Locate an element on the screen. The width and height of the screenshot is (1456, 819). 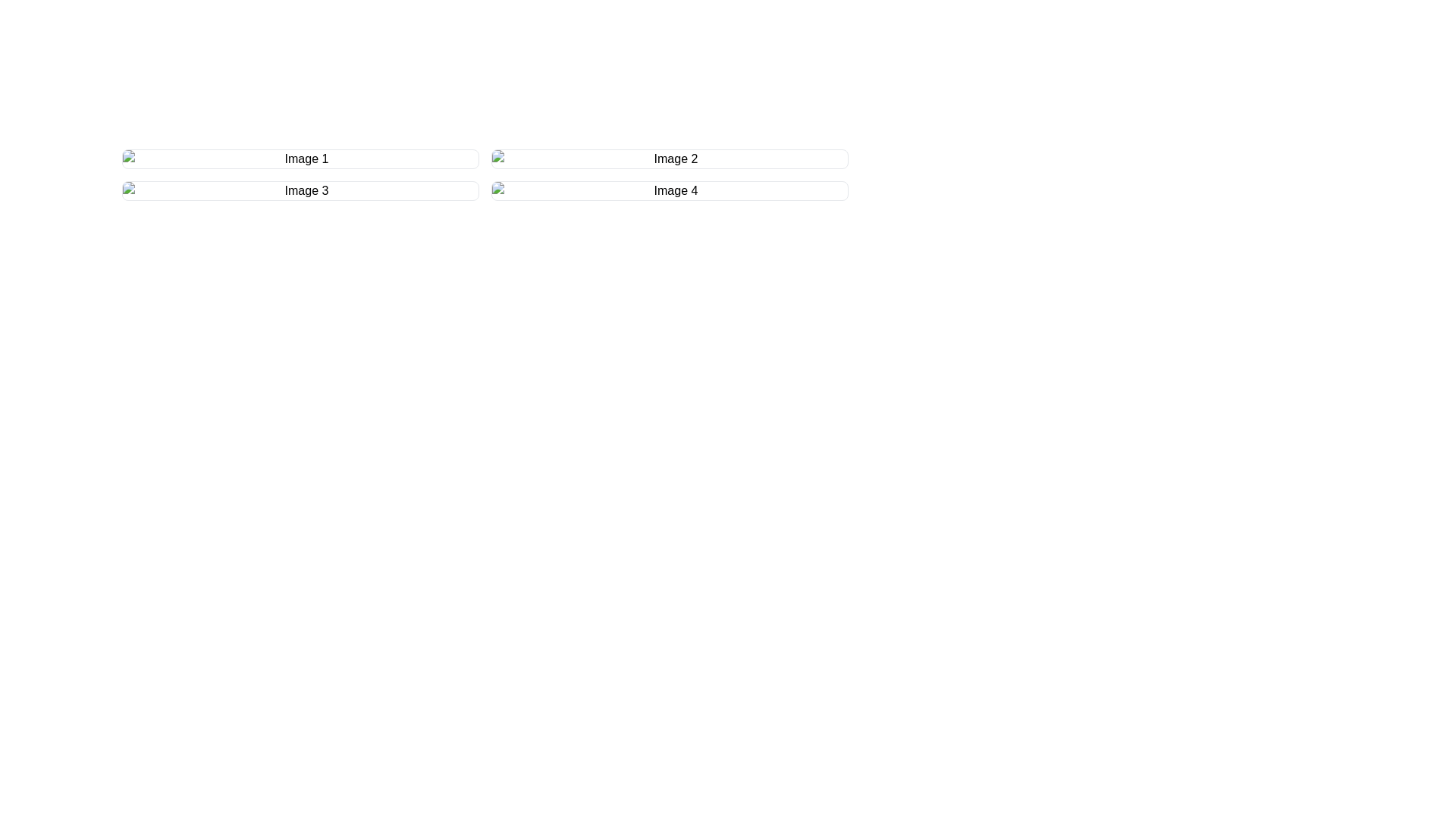
to select or activate the Interactive Card displaying 'Image 4', which is the last element in a 2x2 grid layout, with a white background and rounded corners is located at coordinates (669, 190).